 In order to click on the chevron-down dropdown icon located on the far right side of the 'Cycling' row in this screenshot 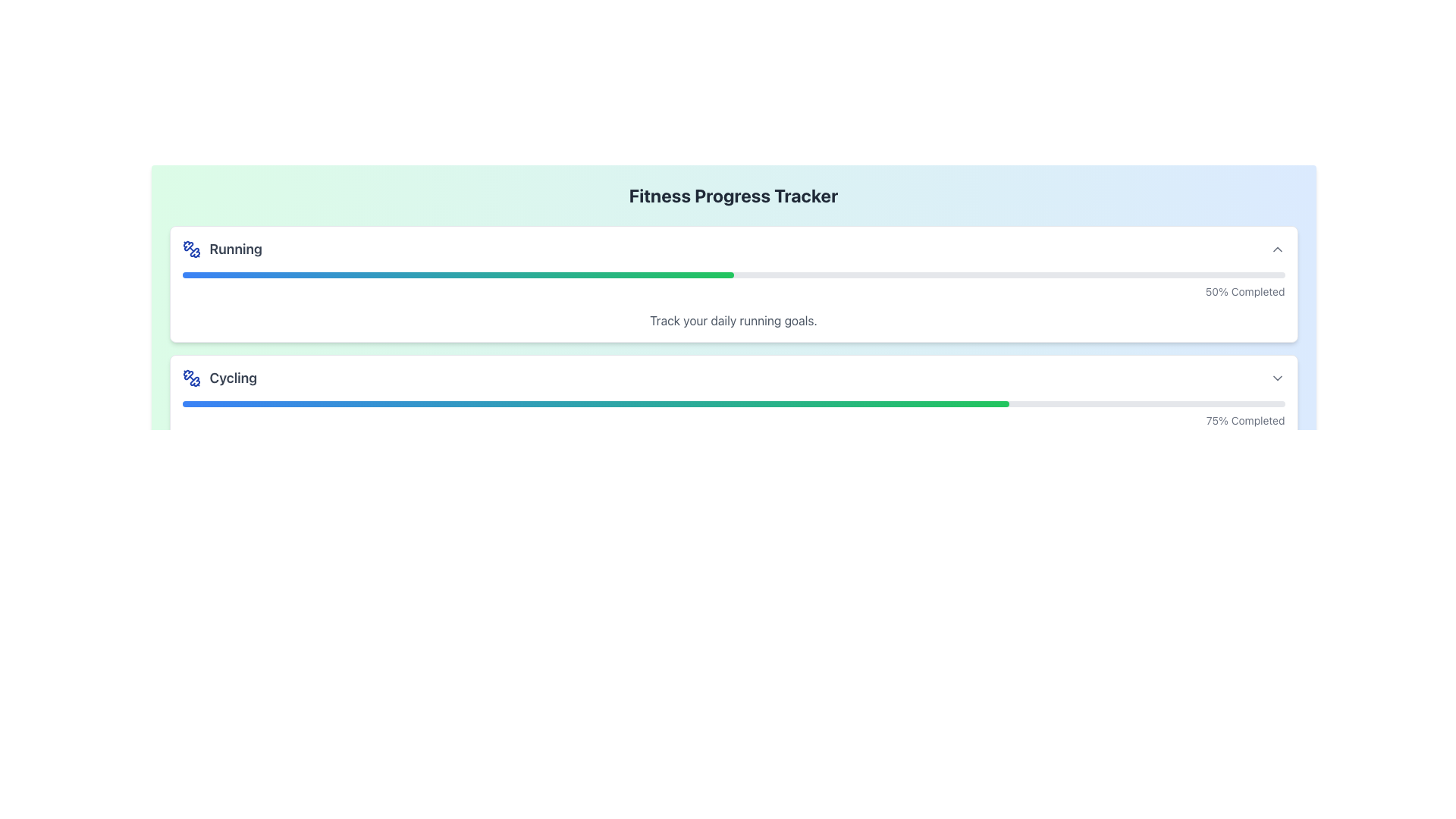, I will do `click(1276, 377)`.